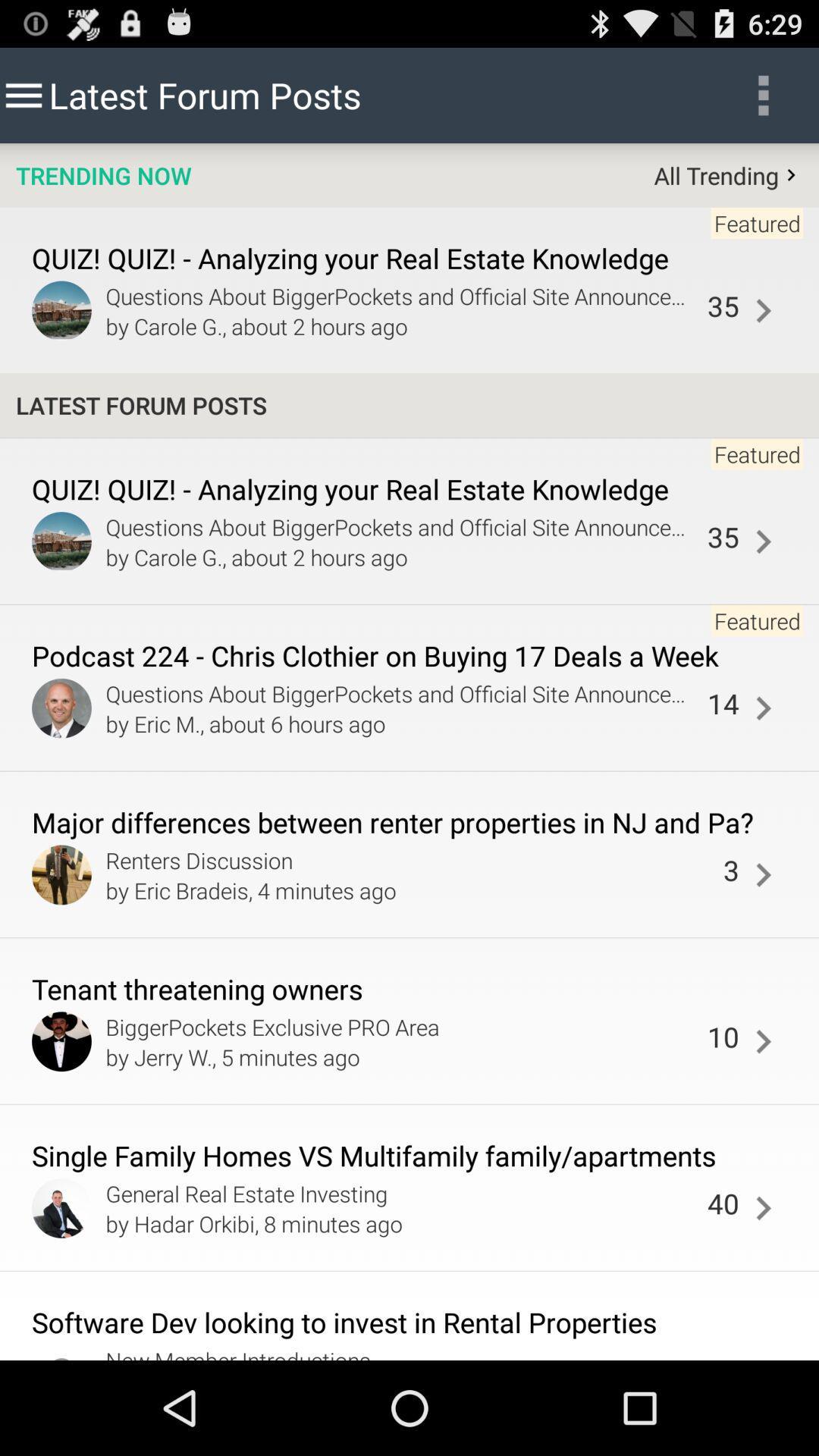 Image resolution: width=819 pixels, height=1456 pixels. What do you see at coordinates (763, 541) in the screenshot?
I see `the app below the quiz quiz analyzing item` at bounding box center [763, 541].